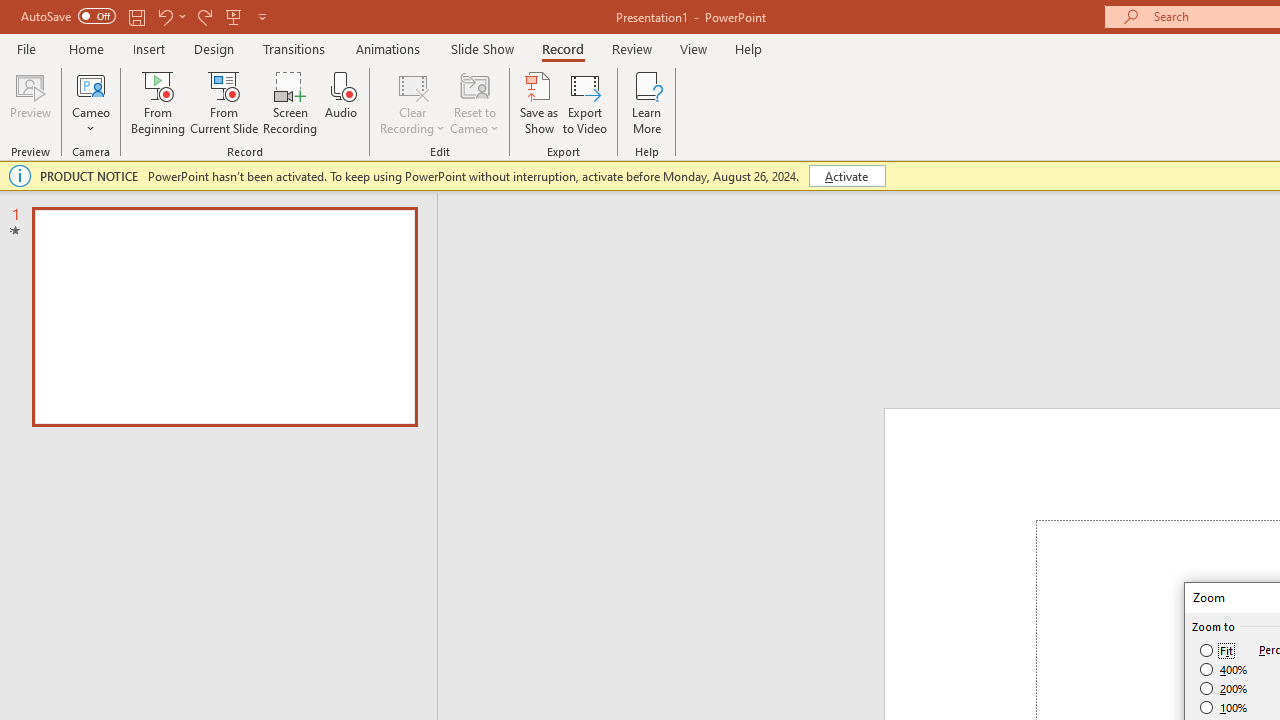 This screenshot has height=720, width=1280. Describe the element at coordinates (847, 175) in the screenshot. I see `'Activate'` at that location.